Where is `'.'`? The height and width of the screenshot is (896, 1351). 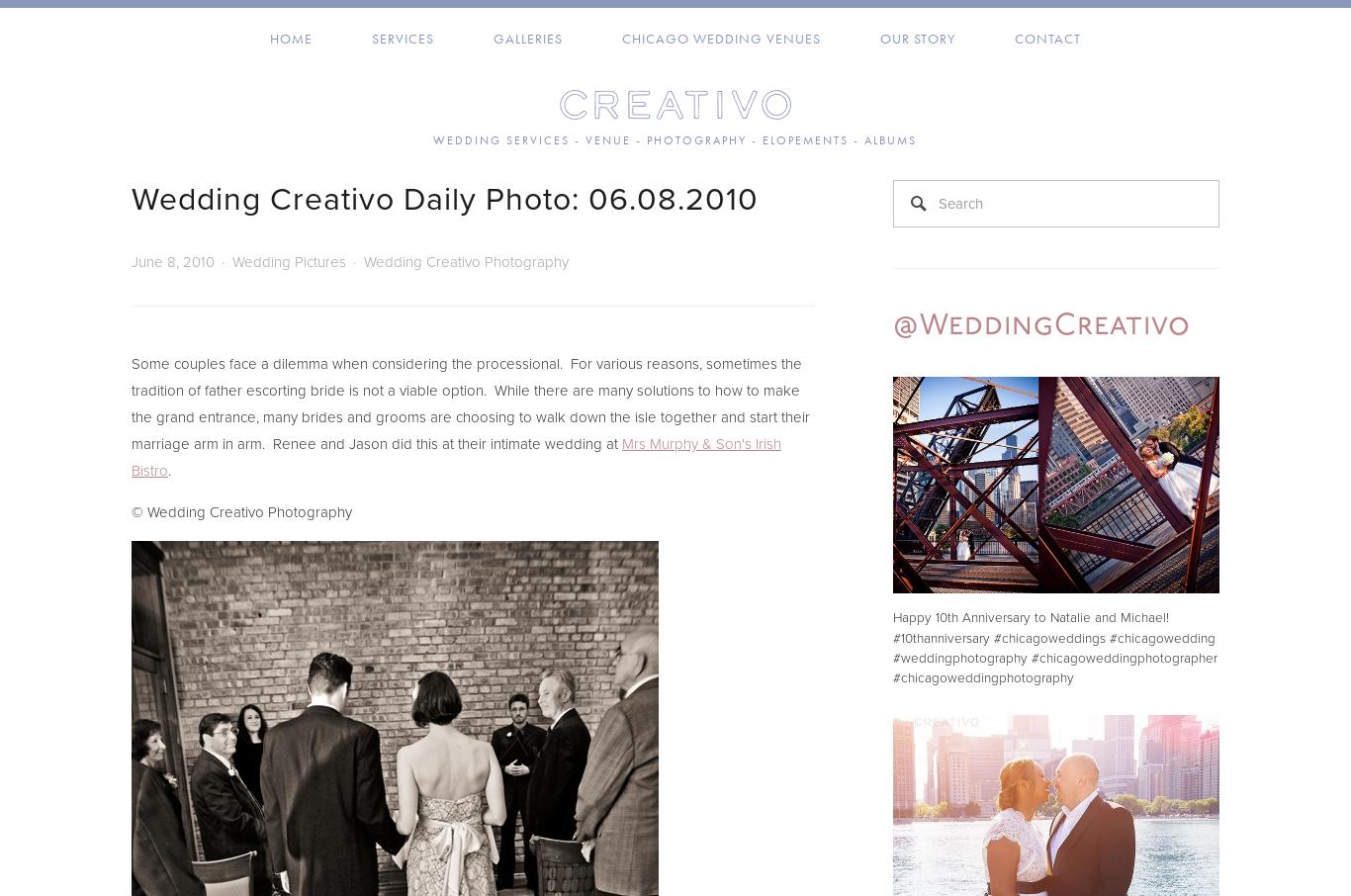 '.' is located at coordinates (165, 470).